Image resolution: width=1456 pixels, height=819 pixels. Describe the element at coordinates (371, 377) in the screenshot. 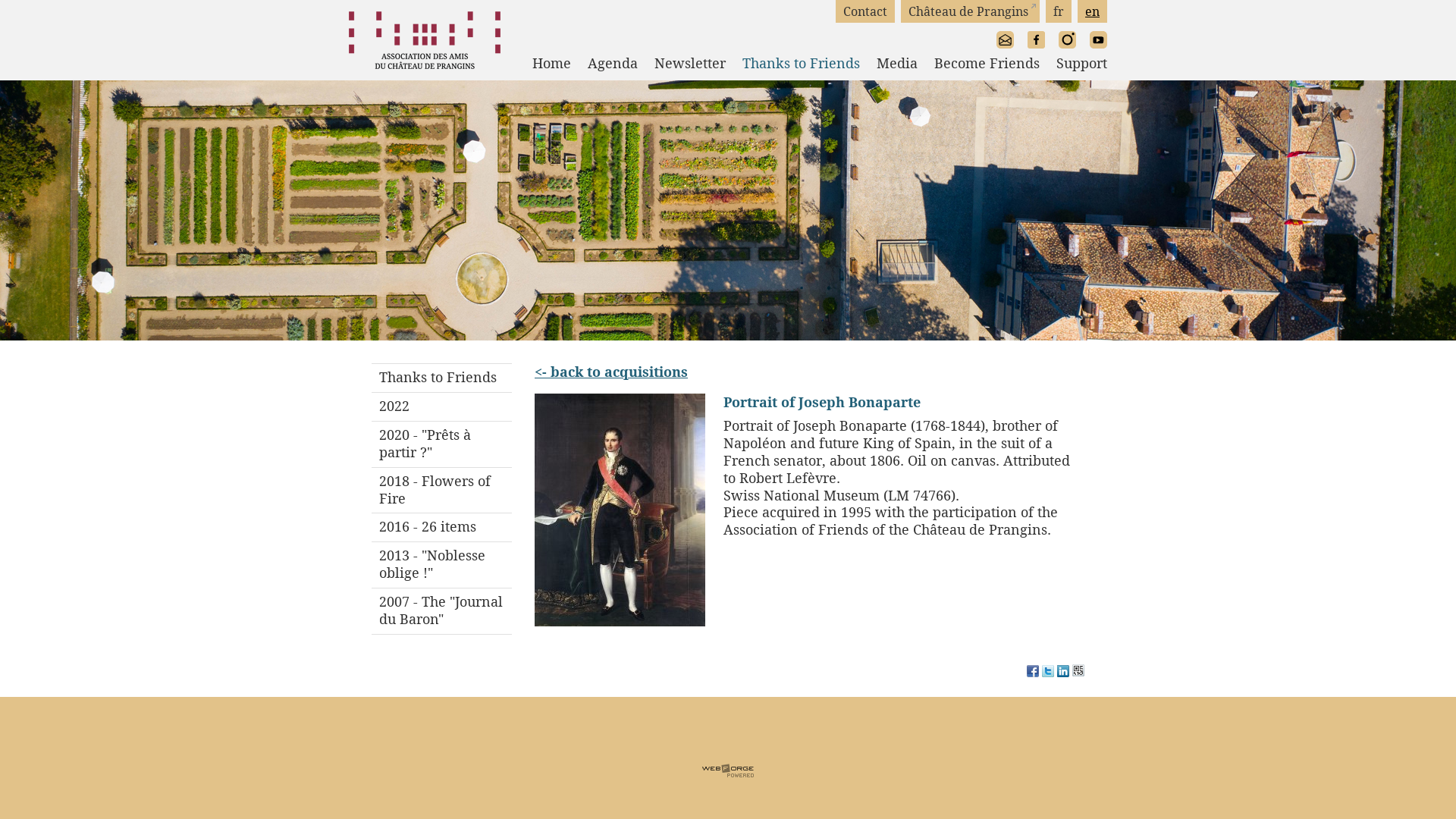

I see `'Thanks to Friends'` at that location.